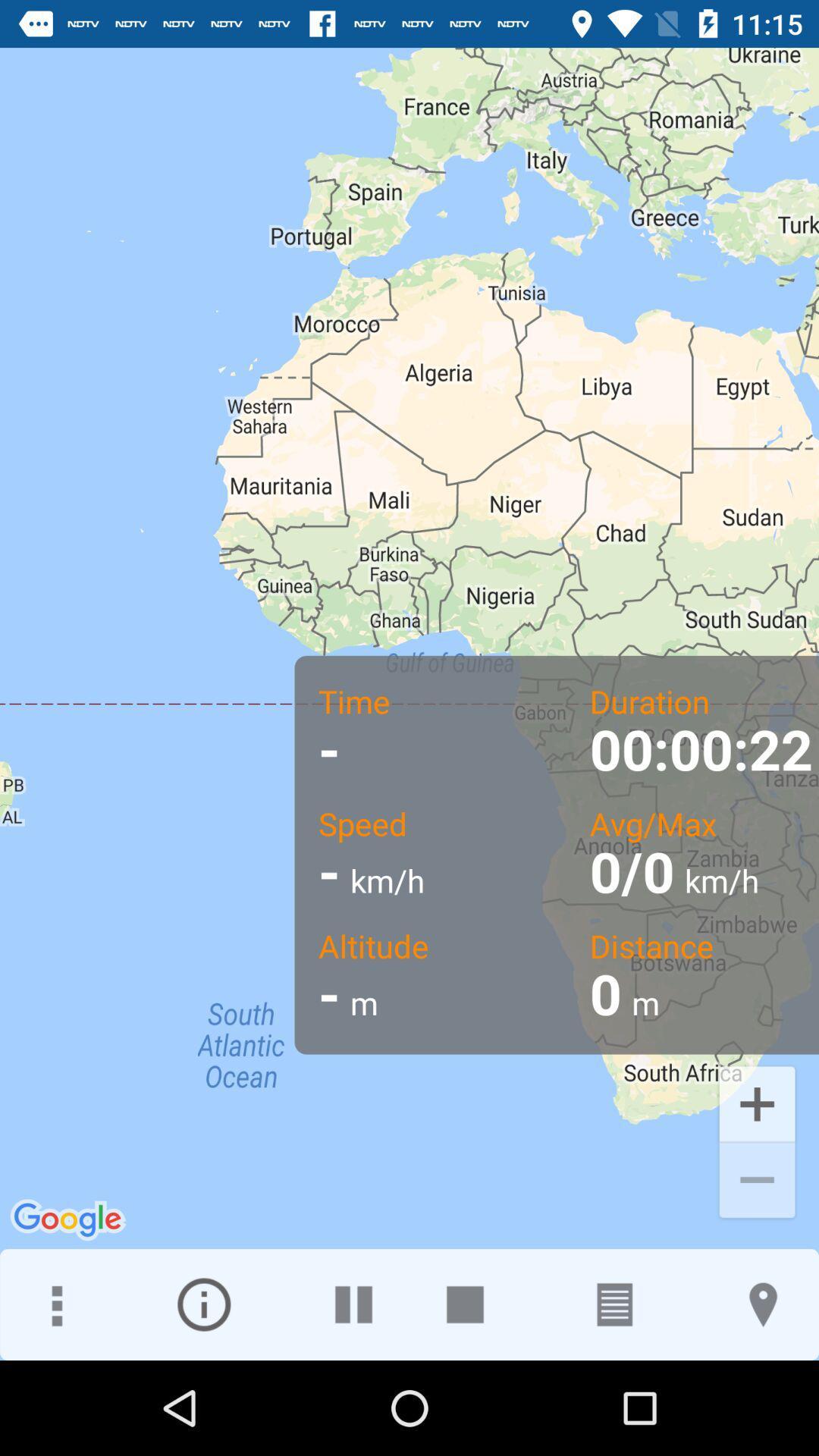 This screenshot has width=819, height=1456. Describe the element at coordinates (353, 1304) in the screenshot. I see `the pause icon` at that location.